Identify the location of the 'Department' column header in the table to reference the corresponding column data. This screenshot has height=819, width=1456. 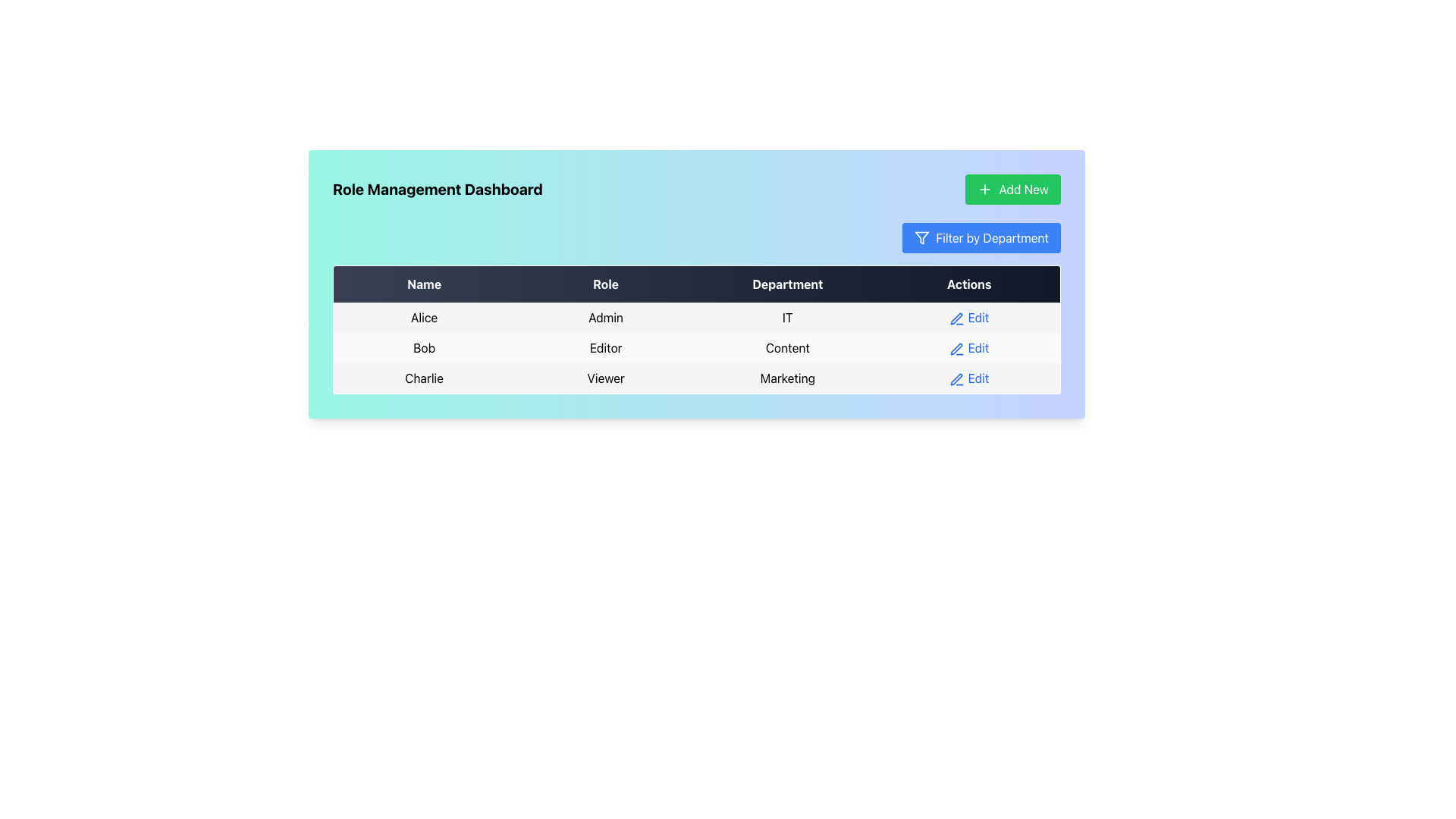
(787, 284).